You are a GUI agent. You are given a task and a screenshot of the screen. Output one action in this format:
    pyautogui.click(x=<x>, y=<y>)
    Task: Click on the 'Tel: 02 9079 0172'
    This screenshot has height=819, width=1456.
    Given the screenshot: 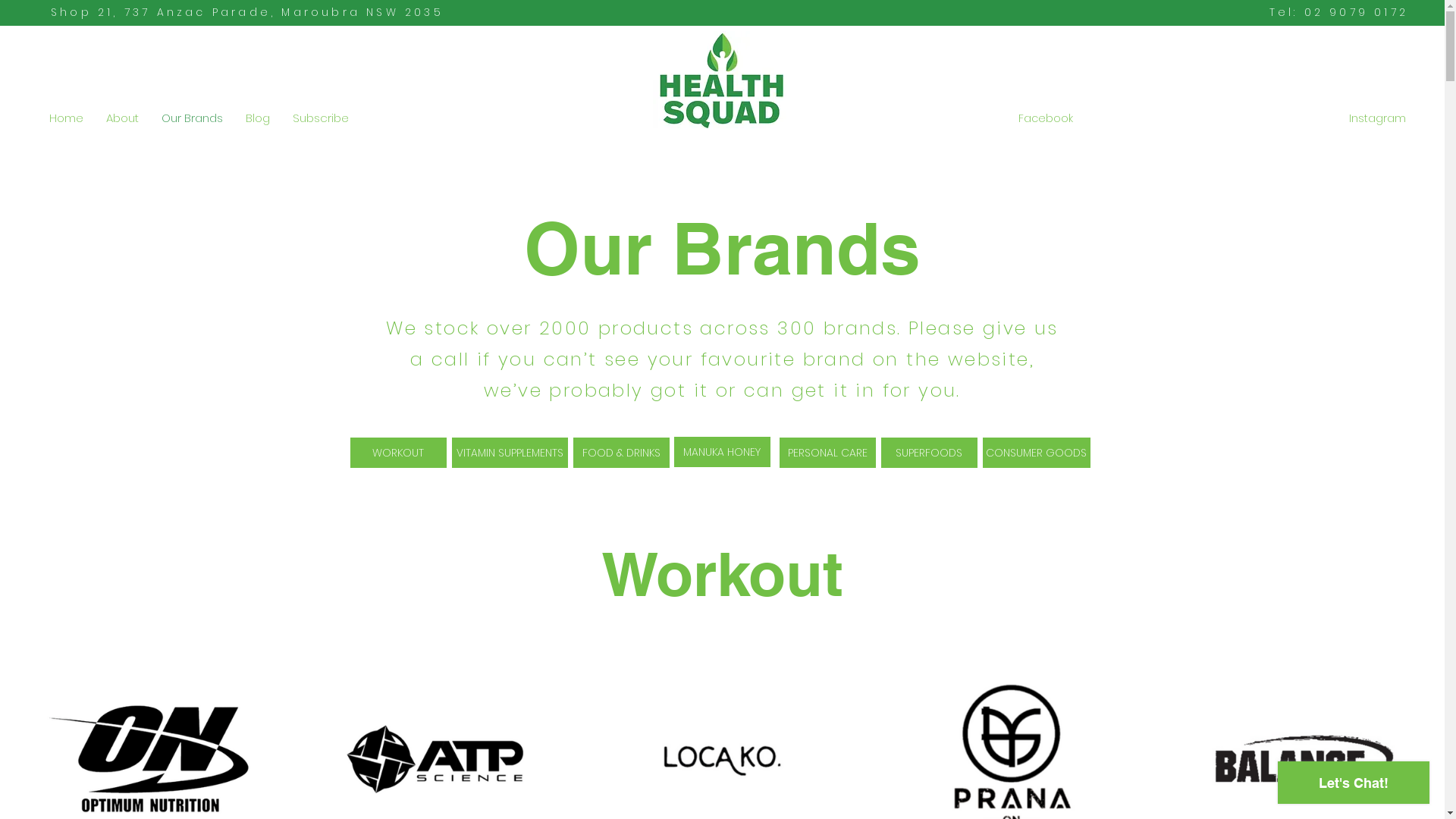 What is the action you would take?
    pyautogui.click(x=1338, y=11)
    